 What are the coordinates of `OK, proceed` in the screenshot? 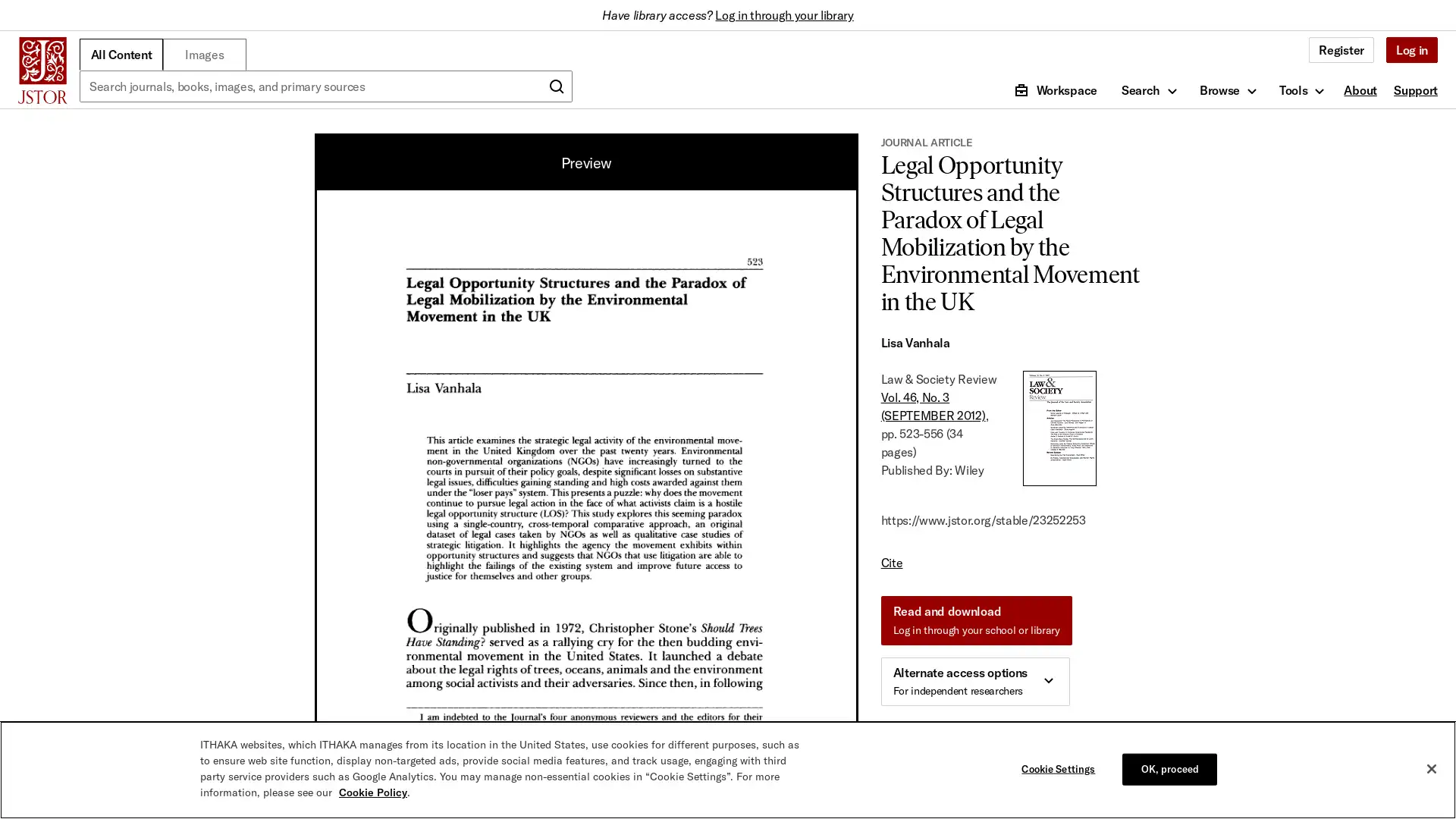 It's located at (1169, 769).